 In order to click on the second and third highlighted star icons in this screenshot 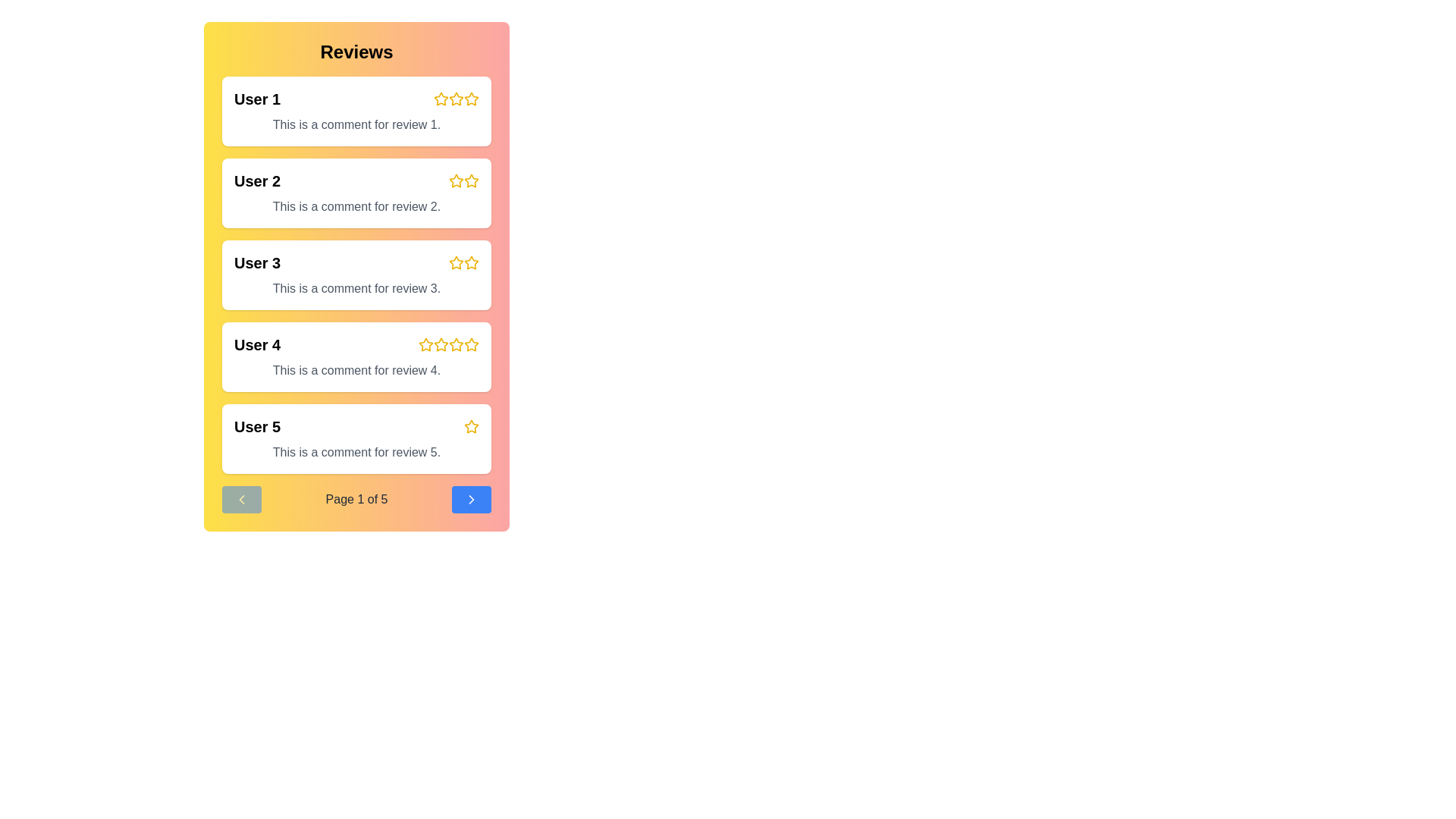, I will do `click(463, 180)`.